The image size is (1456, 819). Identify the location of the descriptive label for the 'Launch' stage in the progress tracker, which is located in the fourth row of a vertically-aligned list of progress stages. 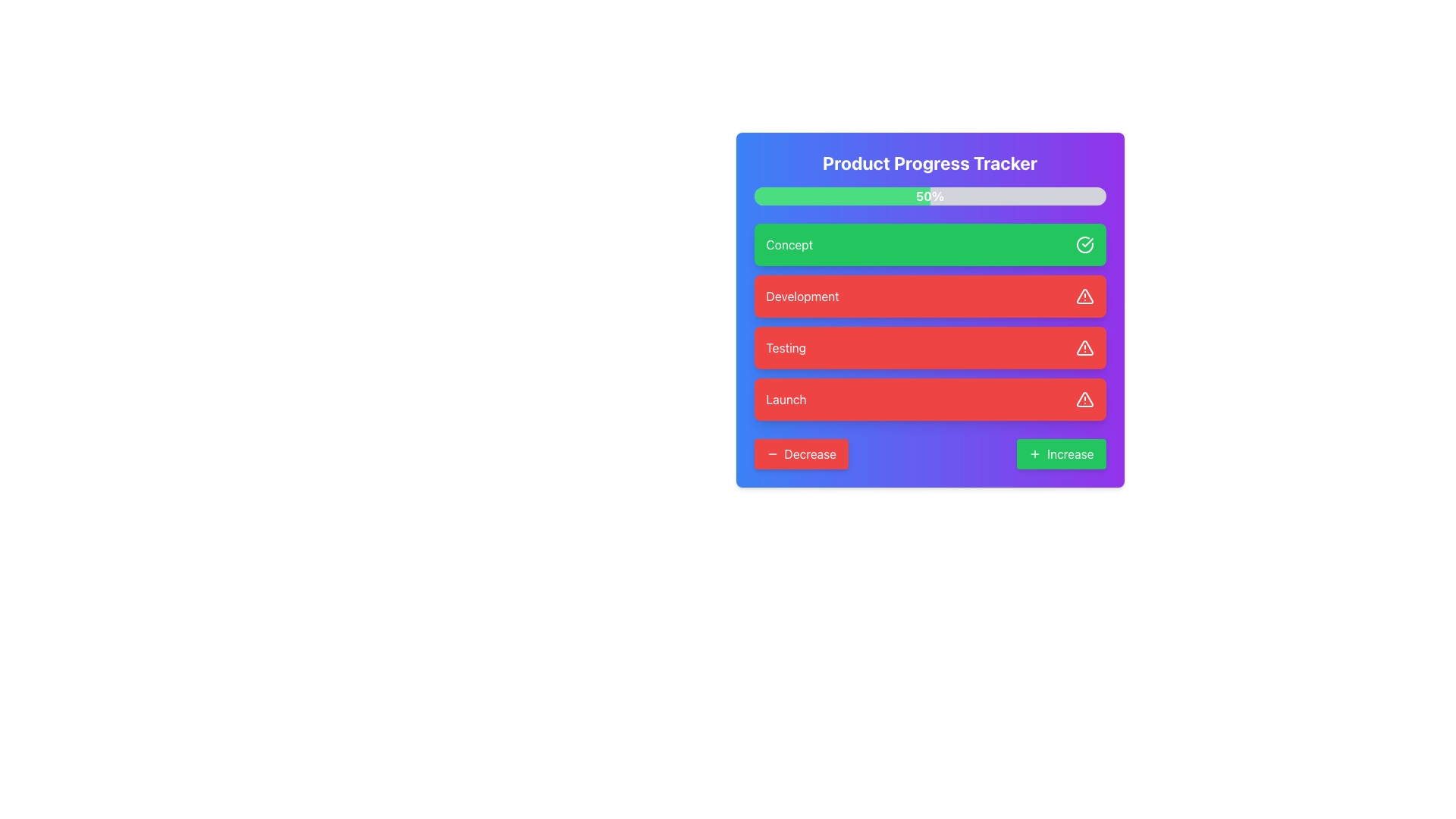
(786, 399).